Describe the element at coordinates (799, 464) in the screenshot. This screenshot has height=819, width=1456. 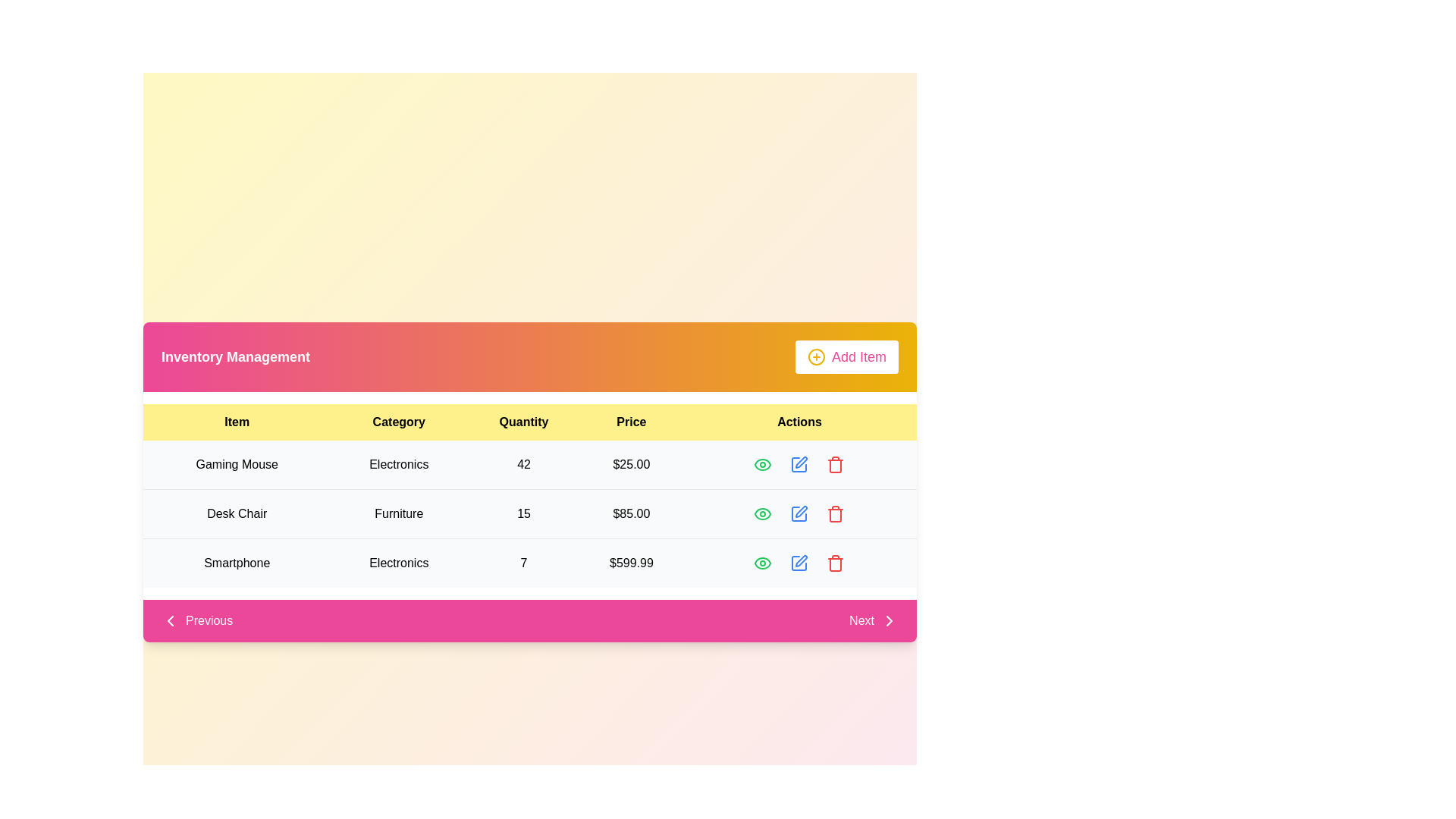
I see `the edit icon button located in the 'Actions' column of the first row in the data table` at that location.